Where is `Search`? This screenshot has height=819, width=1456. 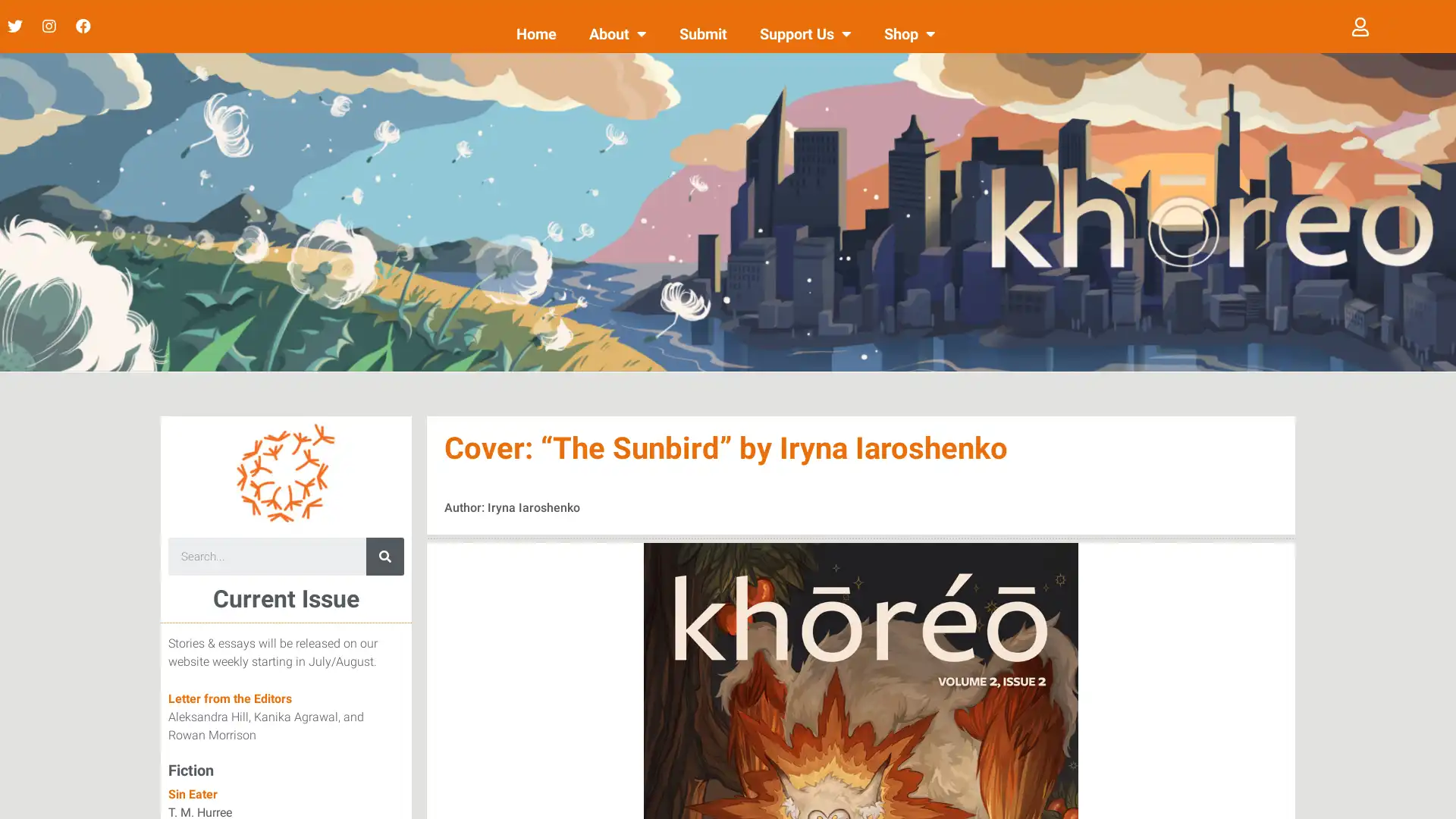
Search is located at coordinates (384, 556).